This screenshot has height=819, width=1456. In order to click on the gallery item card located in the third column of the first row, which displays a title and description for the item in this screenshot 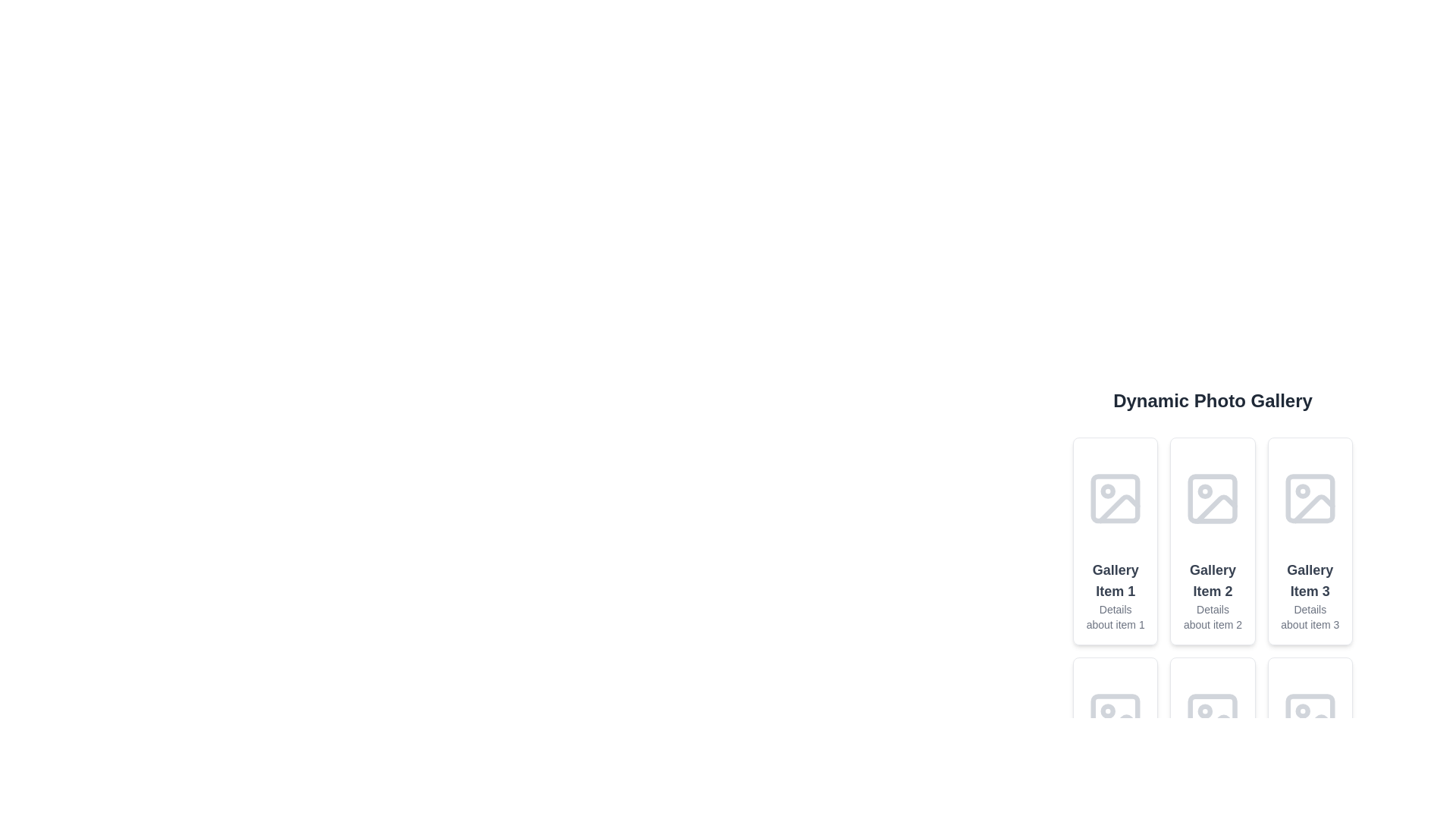, I will do `click(1309, 540)`.